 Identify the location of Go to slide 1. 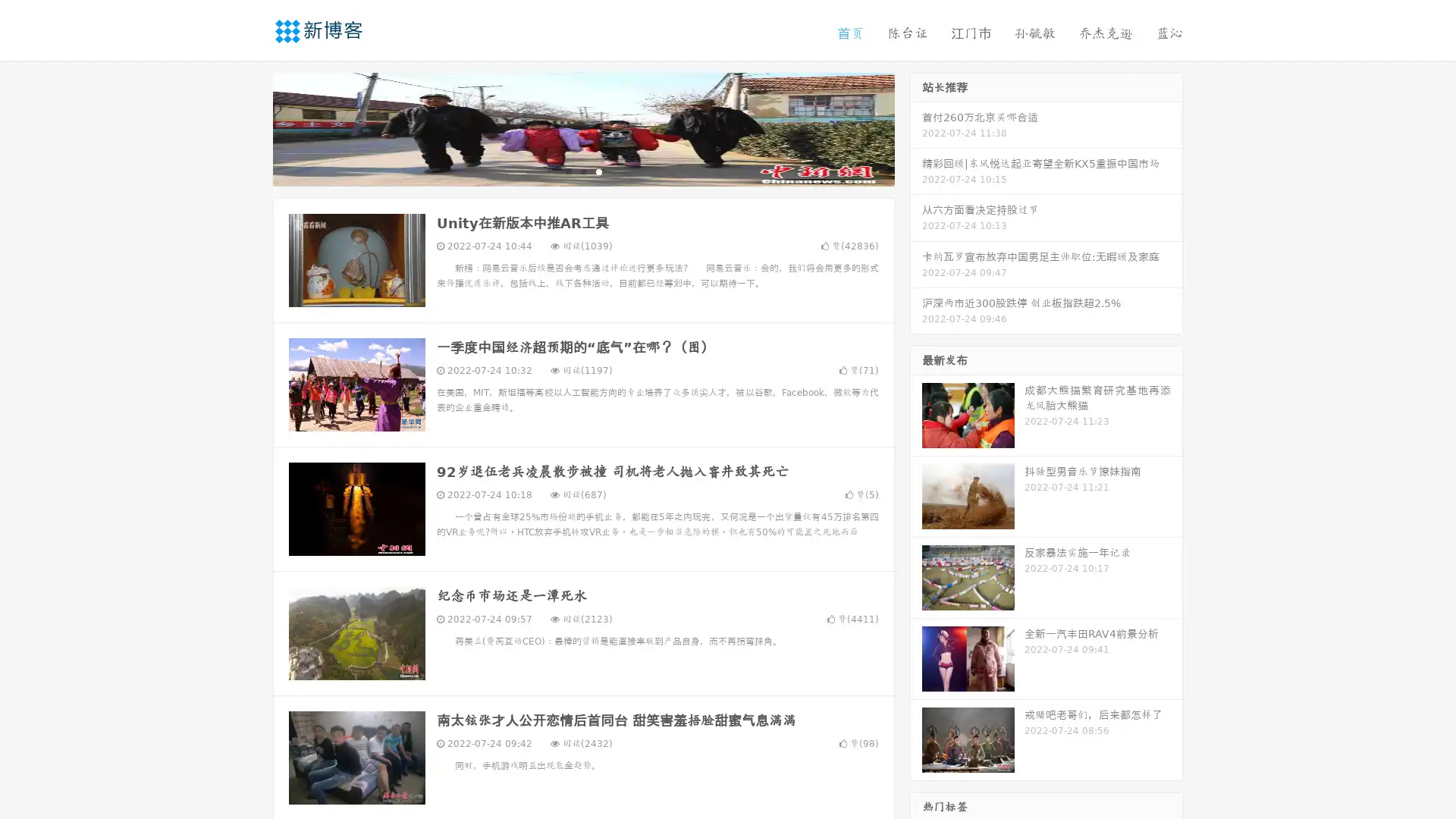
(567, 171).